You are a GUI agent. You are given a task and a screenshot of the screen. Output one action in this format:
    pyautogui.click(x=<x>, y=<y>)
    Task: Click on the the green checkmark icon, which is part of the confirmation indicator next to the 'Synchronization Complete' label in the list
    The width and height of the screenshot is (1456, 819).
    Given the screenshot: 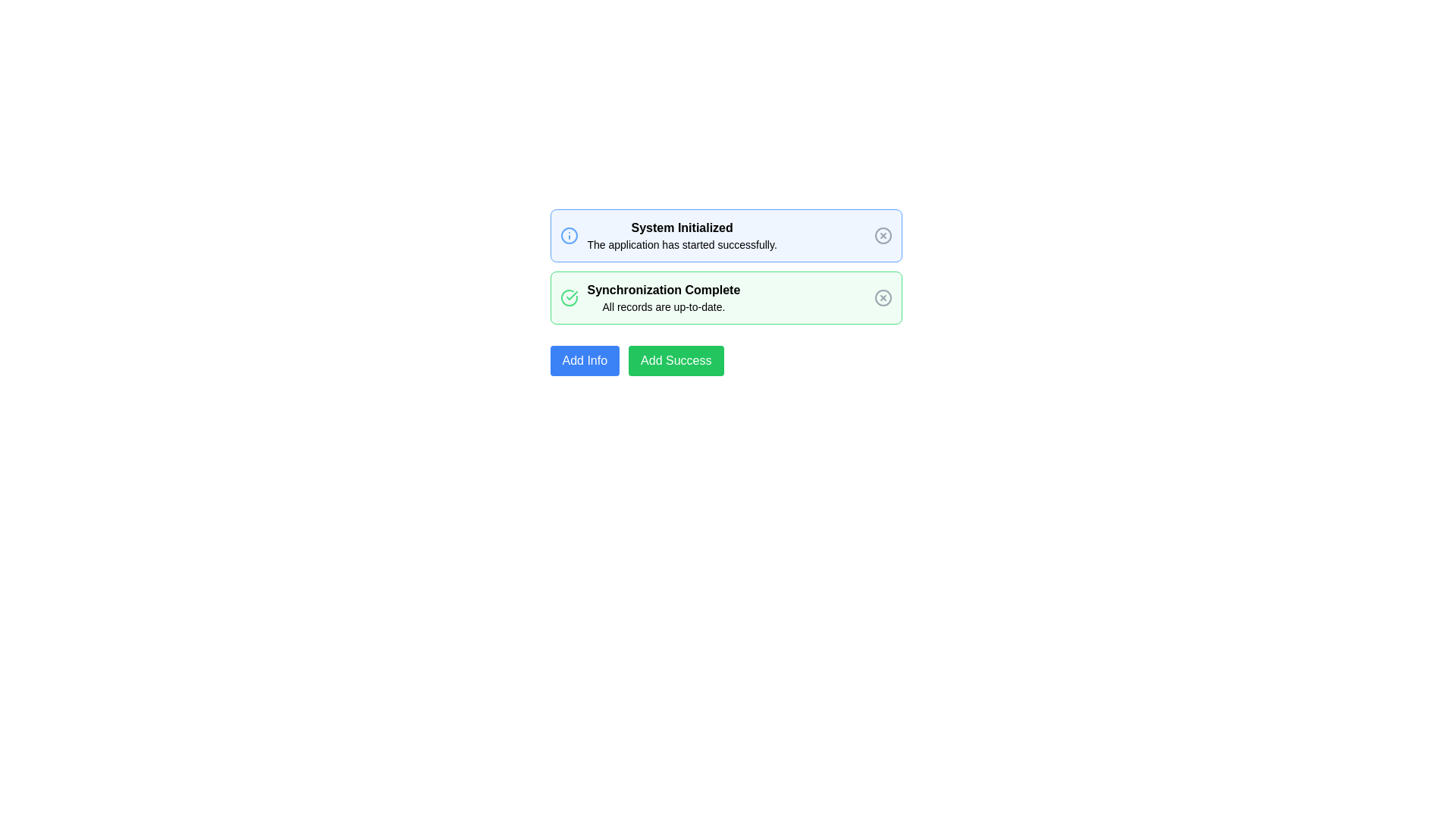 What is the action you would take?
    pyautogui.click(x=570, y=295)
    